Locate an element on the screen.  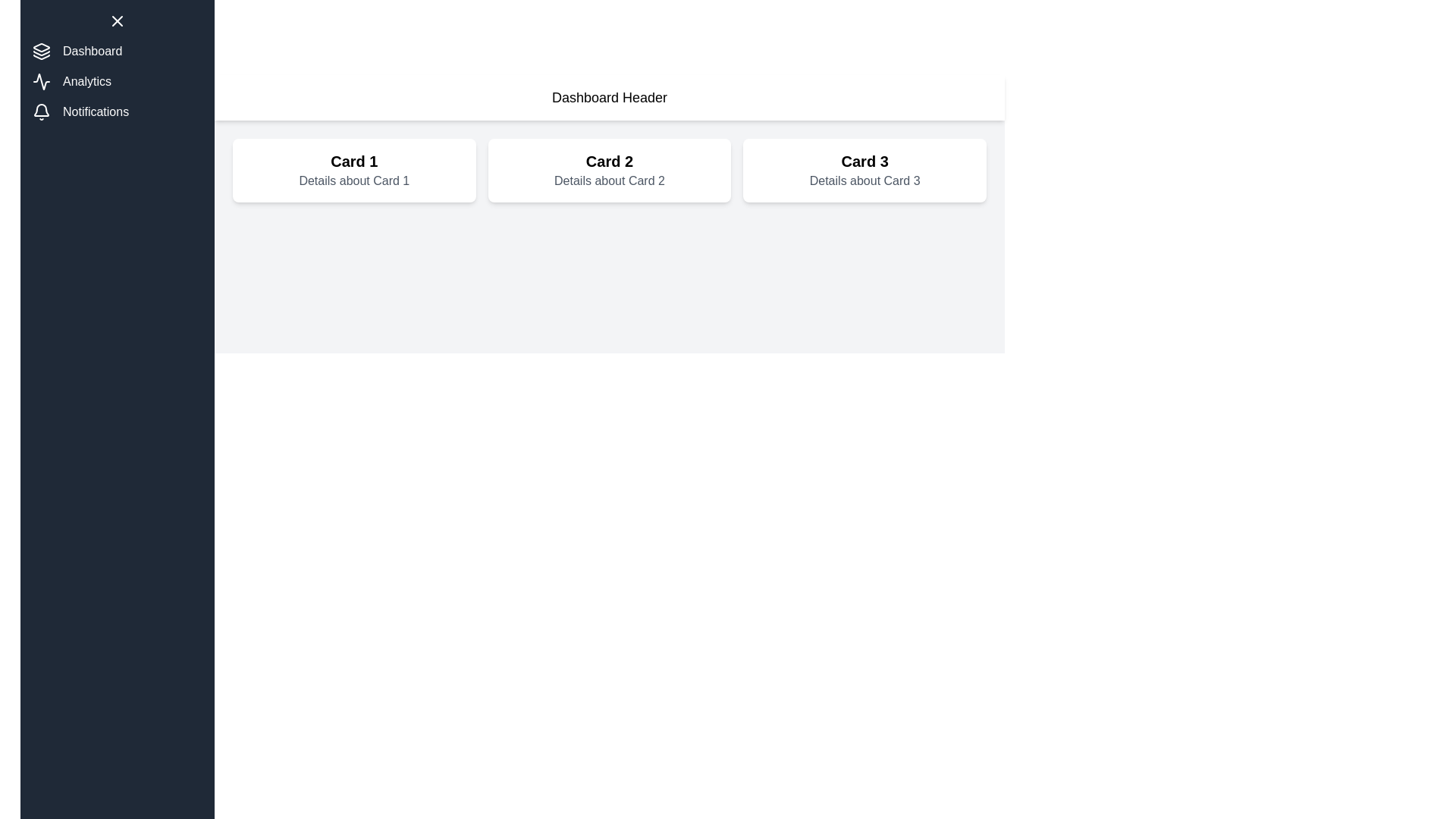
the second card in the grid layout, which is positioned between 'Card 1' and 'Card 3', located beneath the 'Dashboard Header' is located at coordinates (609, 170).